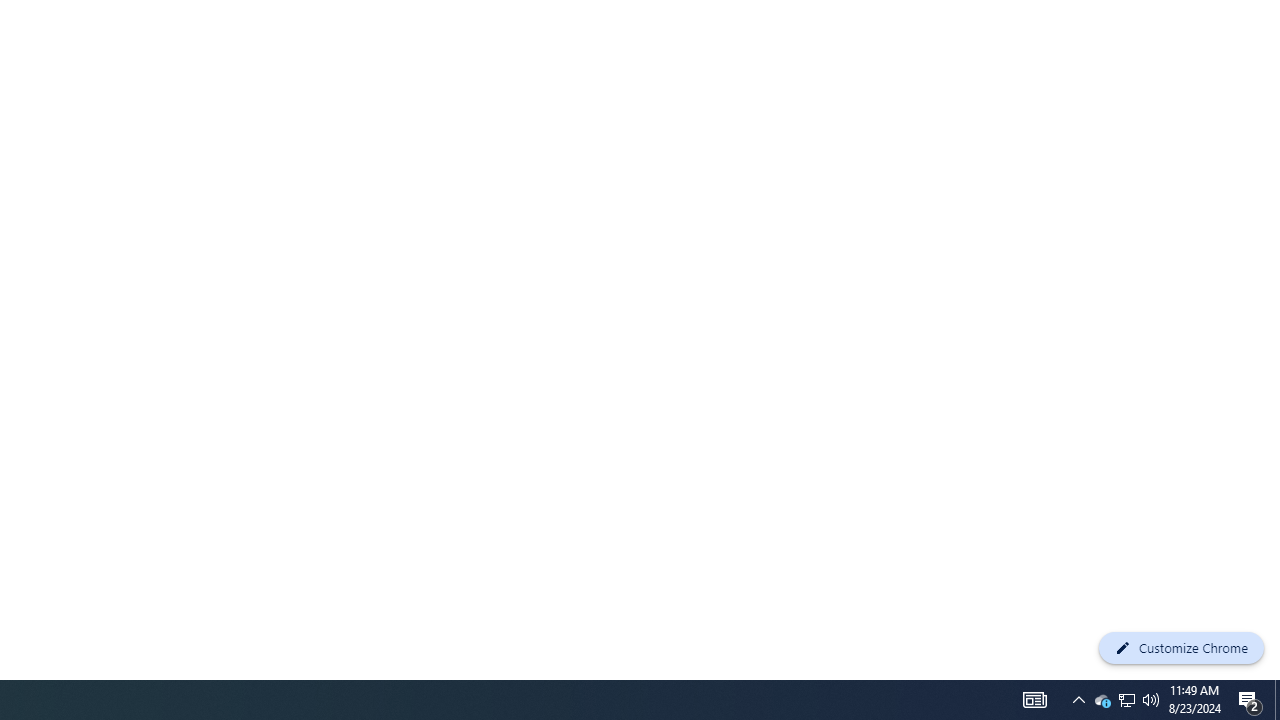 The image size is (1280, 720). I want to click on 'Customize Chrome', so click(1181, 648).